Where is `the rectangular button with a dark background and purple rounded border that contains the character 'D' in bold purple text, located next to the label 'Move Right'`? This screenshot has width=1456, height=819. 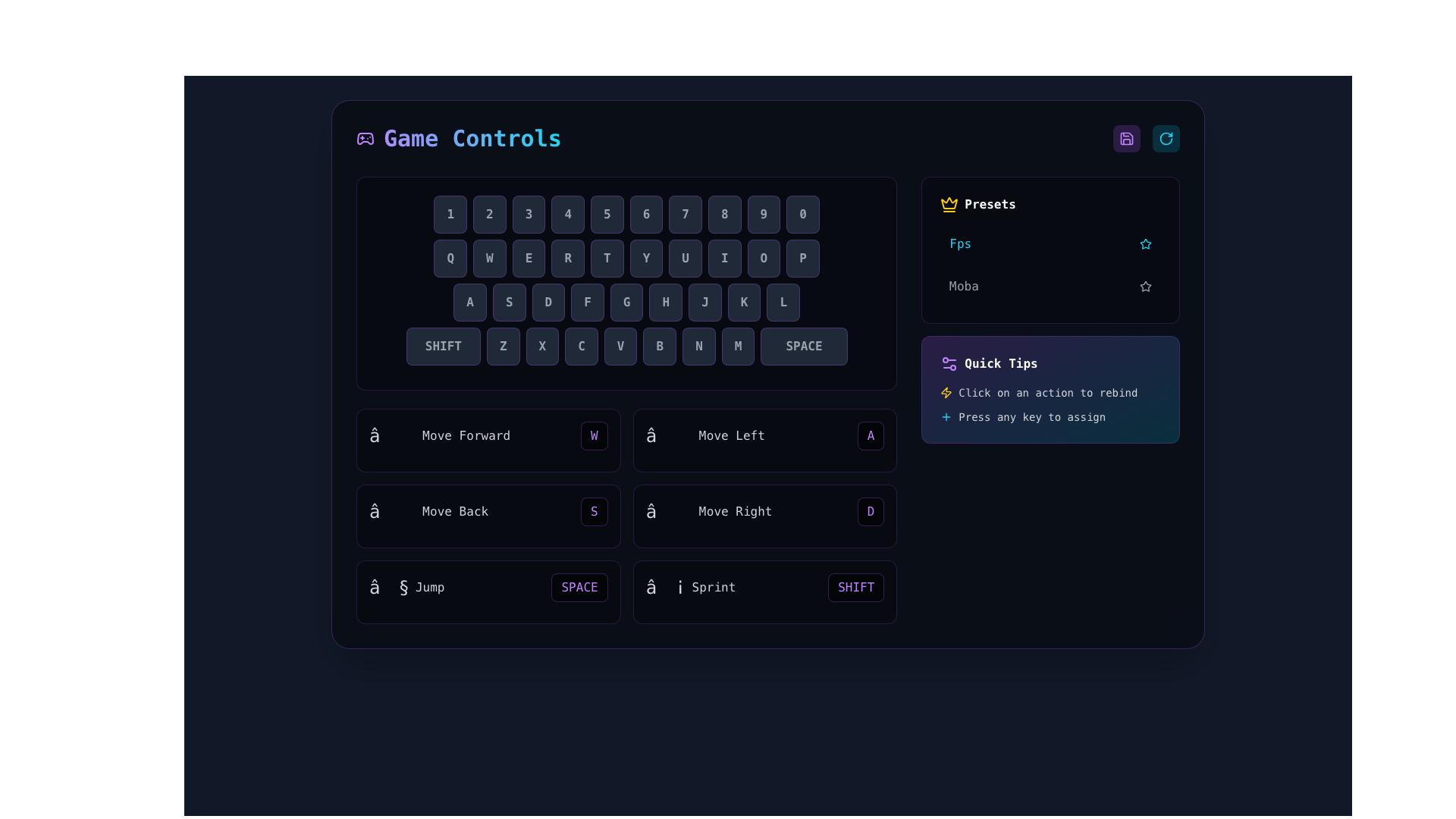 the rectangular button with a dark background and purple rounded border that contains the character 'D' in bold purple text, located next to the label 'Move Right' is located at coordinates (871, 512).